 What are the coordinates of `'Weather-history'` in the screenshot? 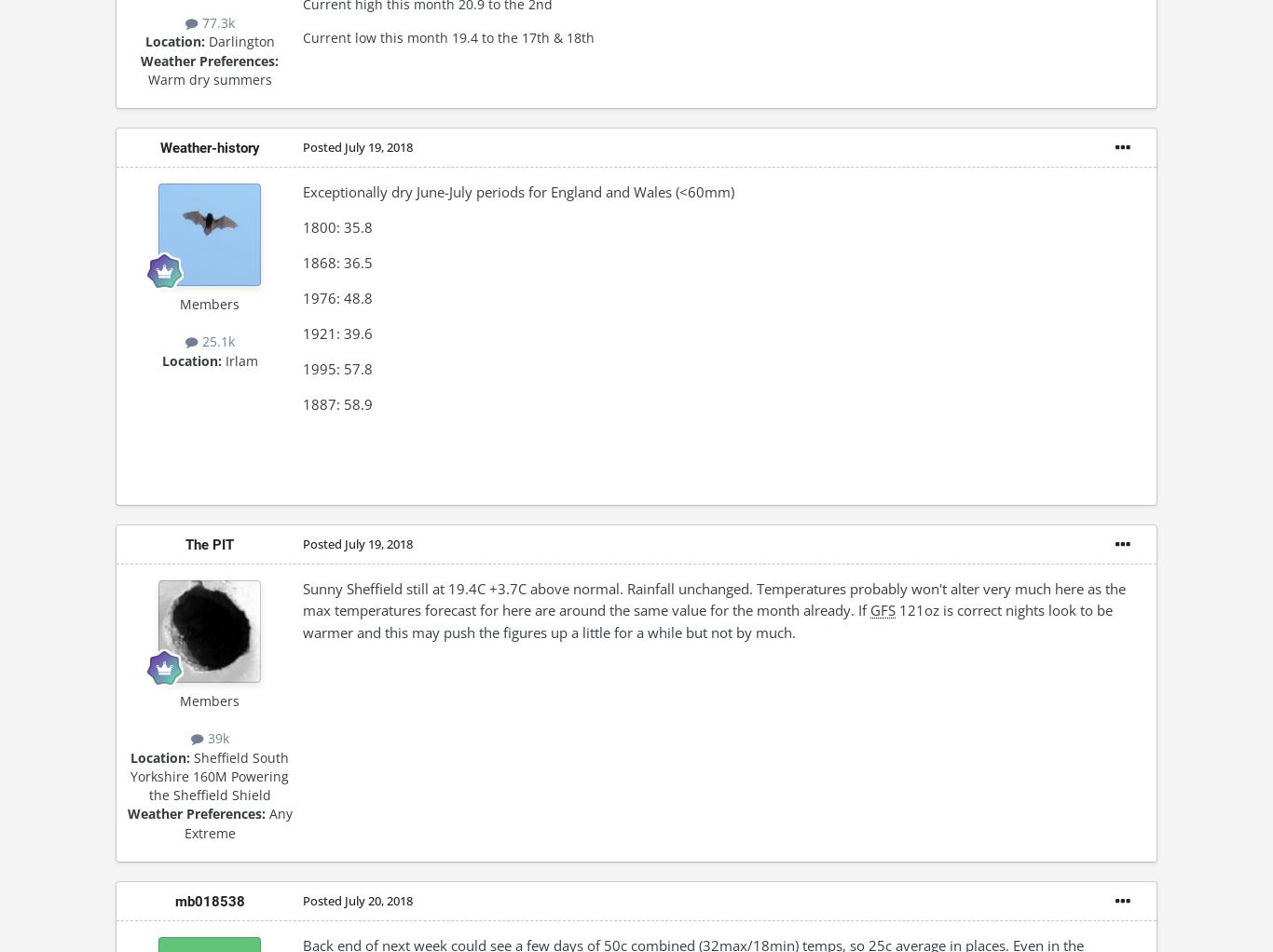 It's located at (208, 147).